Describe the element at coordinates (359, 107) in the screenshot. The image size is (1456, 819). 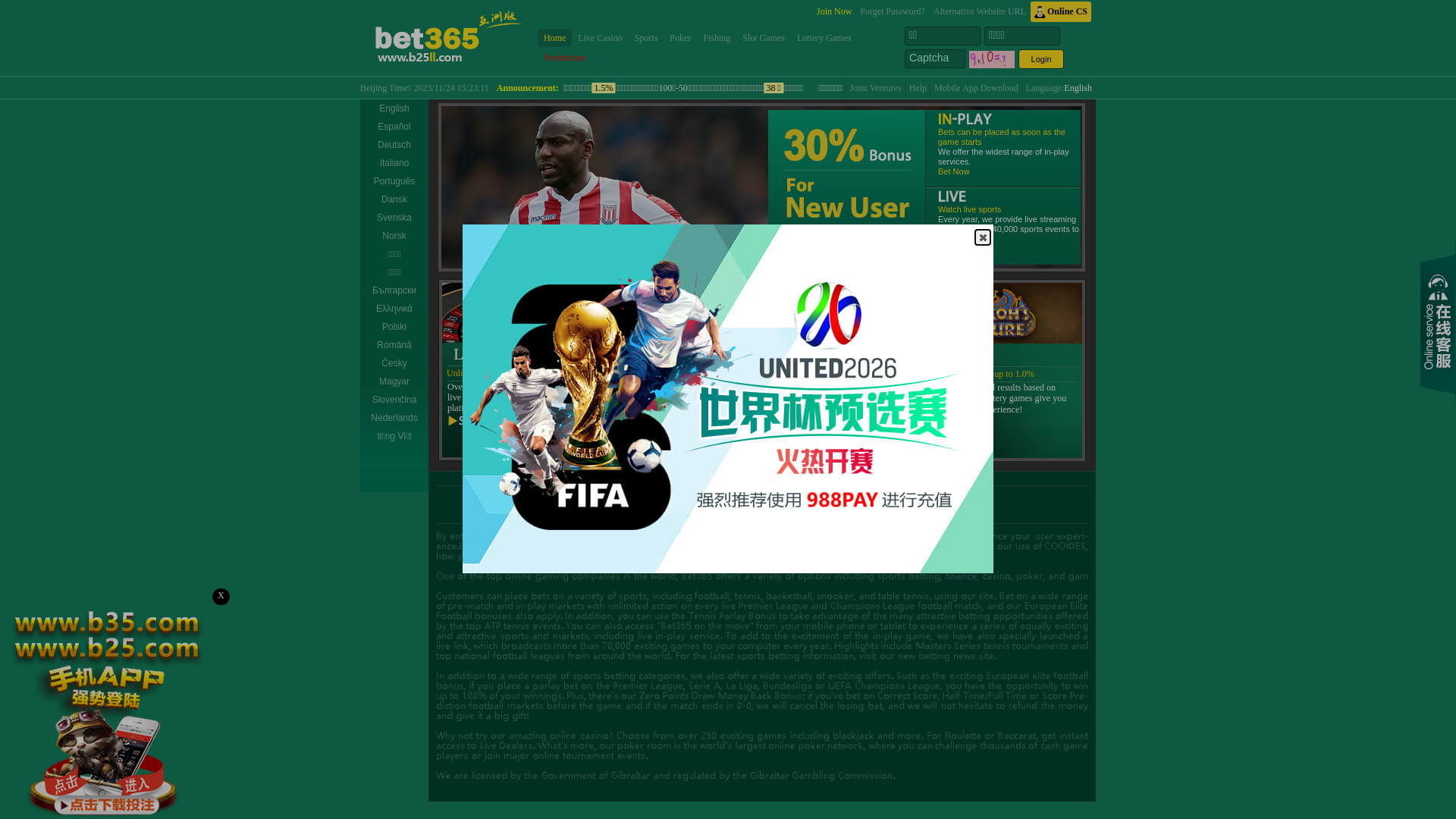
I see `'English'` at that location.